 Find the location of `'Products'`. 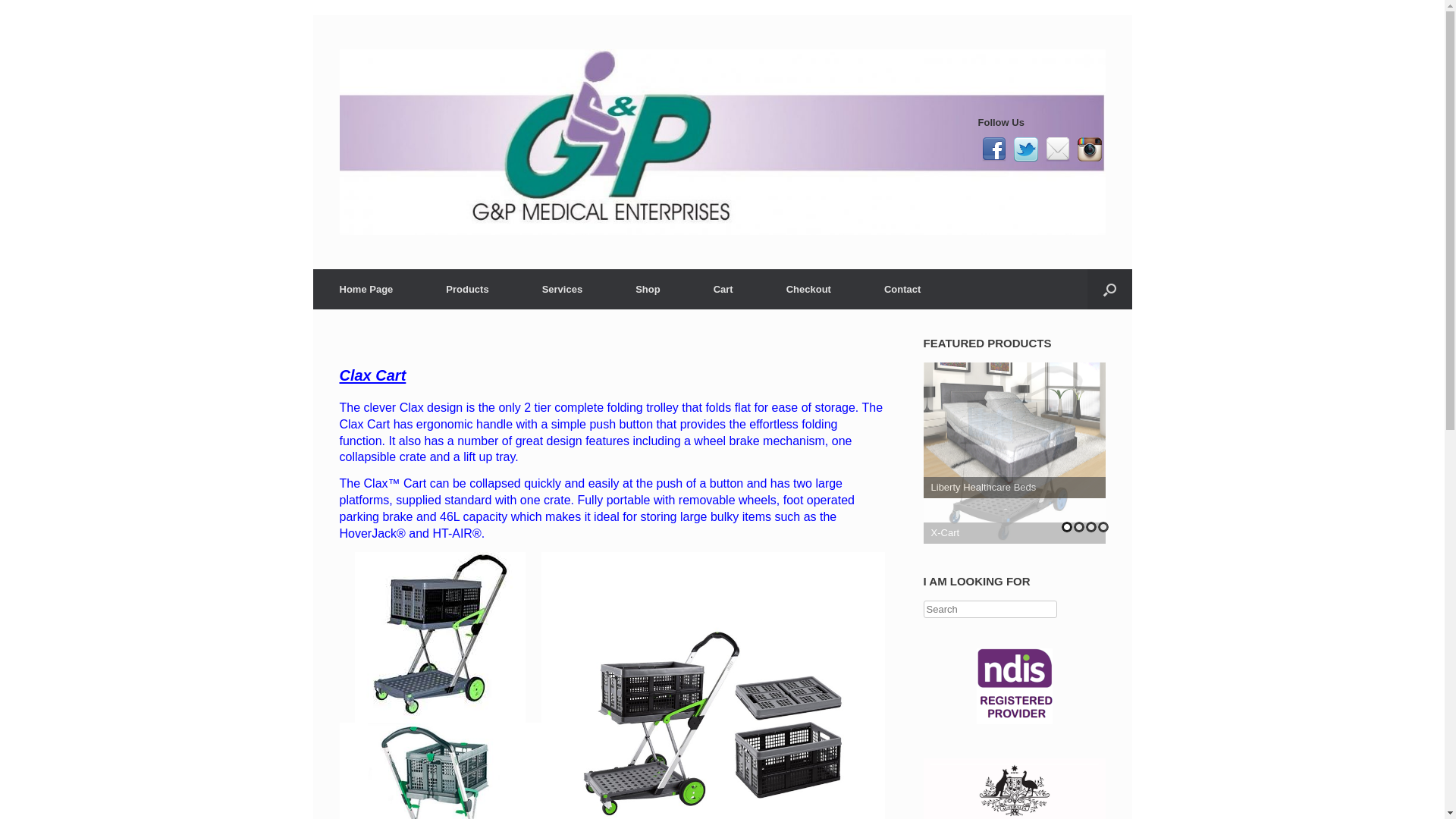

'Products' is located at coordinates (466, 289).